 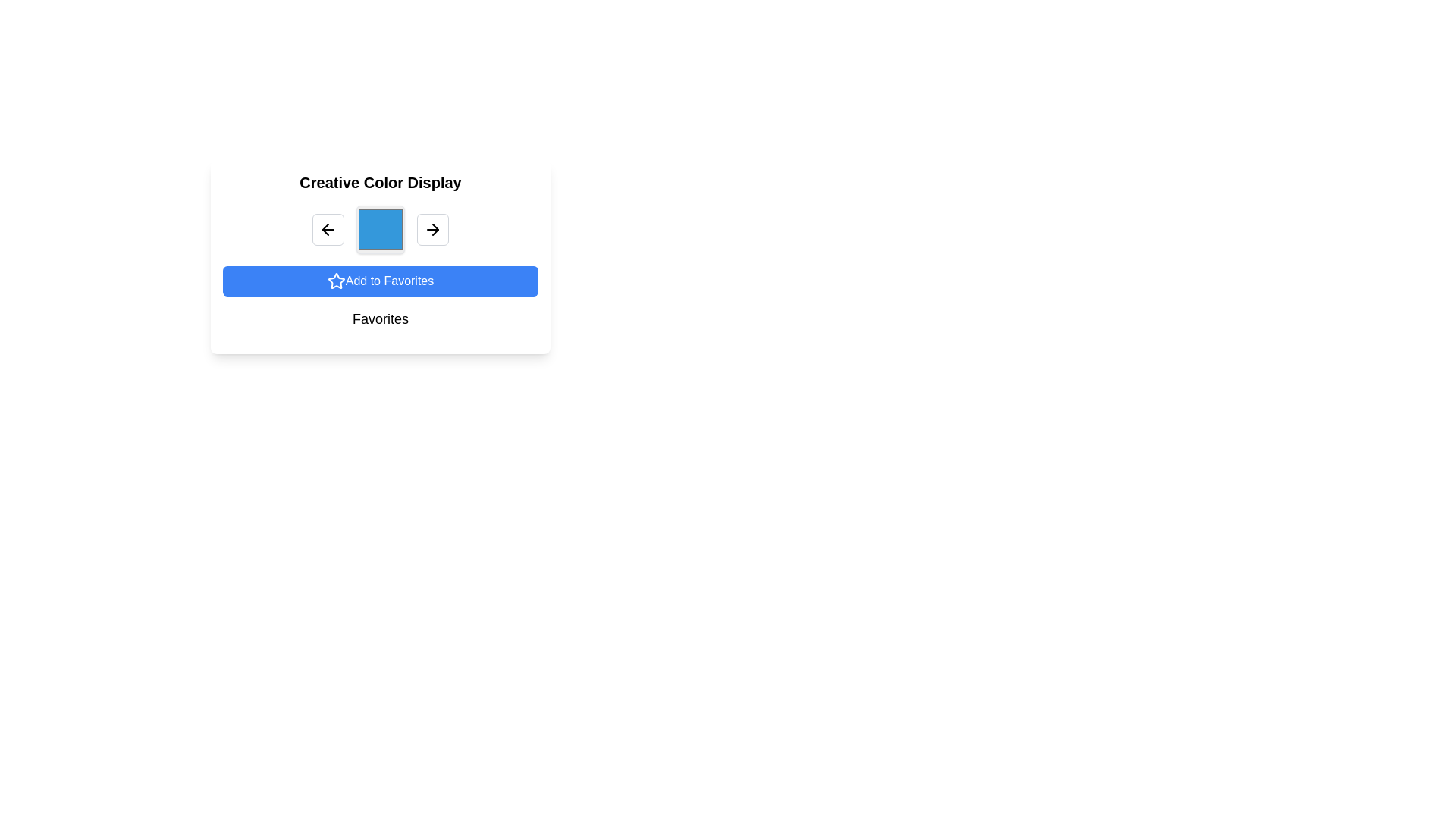 What do you see at coordinates (335, 281) in the screenshot?
I see `the star-shaped icon outlined with a blue border, located to the left of the 'Add to Favorites' label on the blue button` at bounding box center [335, 281].